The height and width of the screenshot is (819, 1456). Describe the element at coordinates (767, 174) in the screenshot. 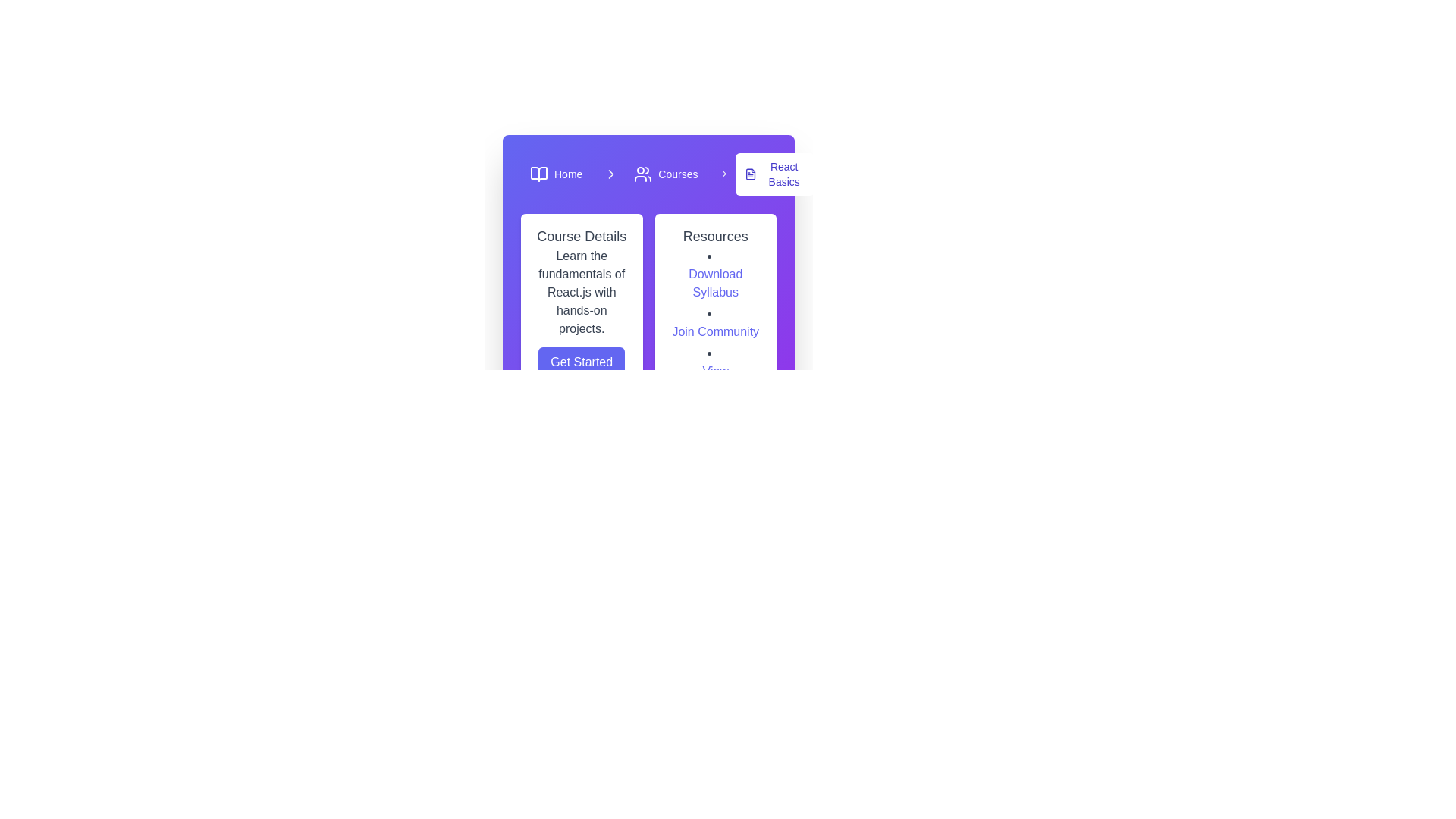

I see `the 'React Basics' Breadcrumb link item, which is styled with indigo-blue text and a rounded white background, located in the breadcrumb navigation bar` at that location.